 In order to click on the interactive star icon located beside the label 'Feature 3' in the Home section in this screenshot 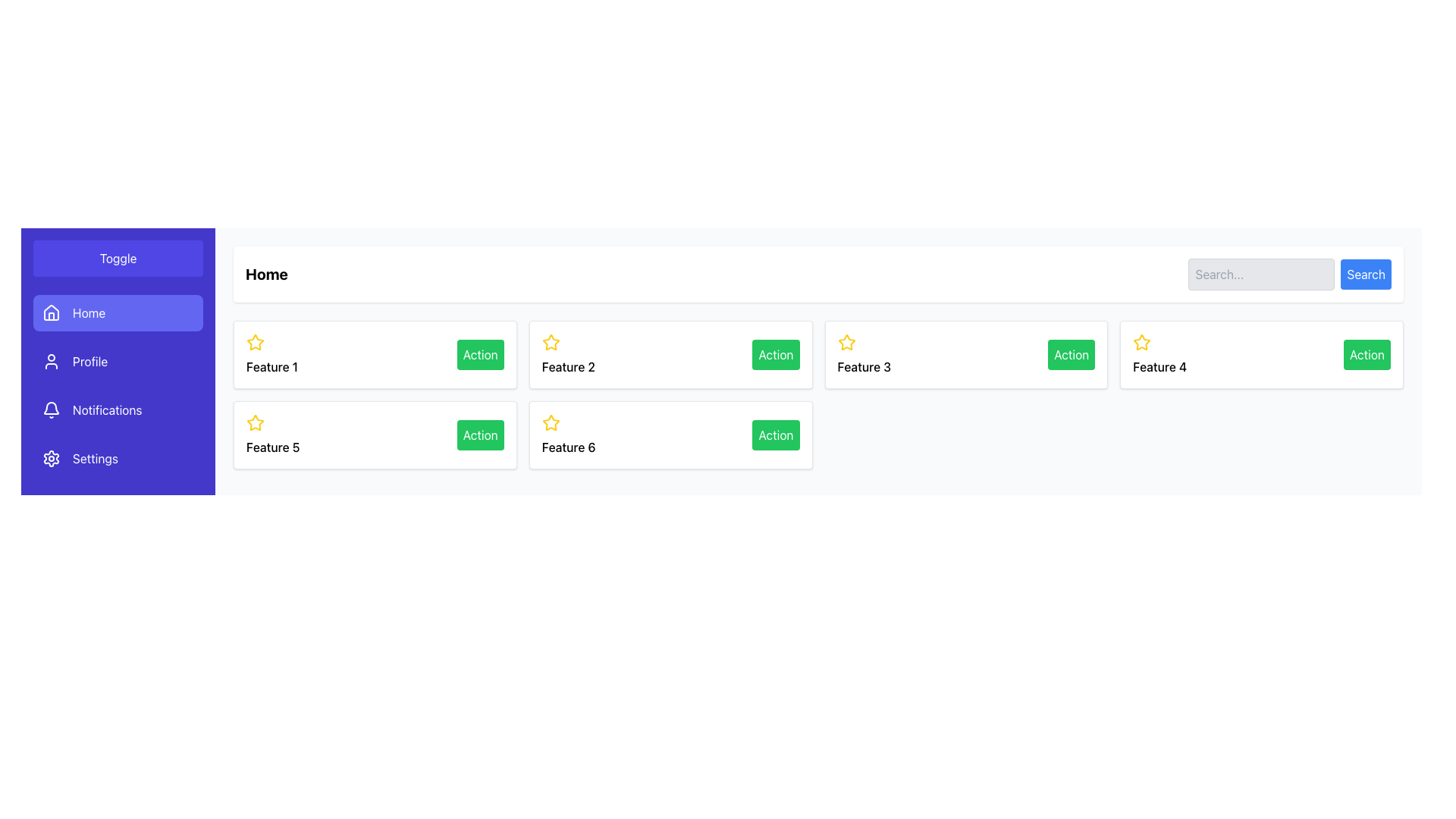, I will do `click(846, 342)`.